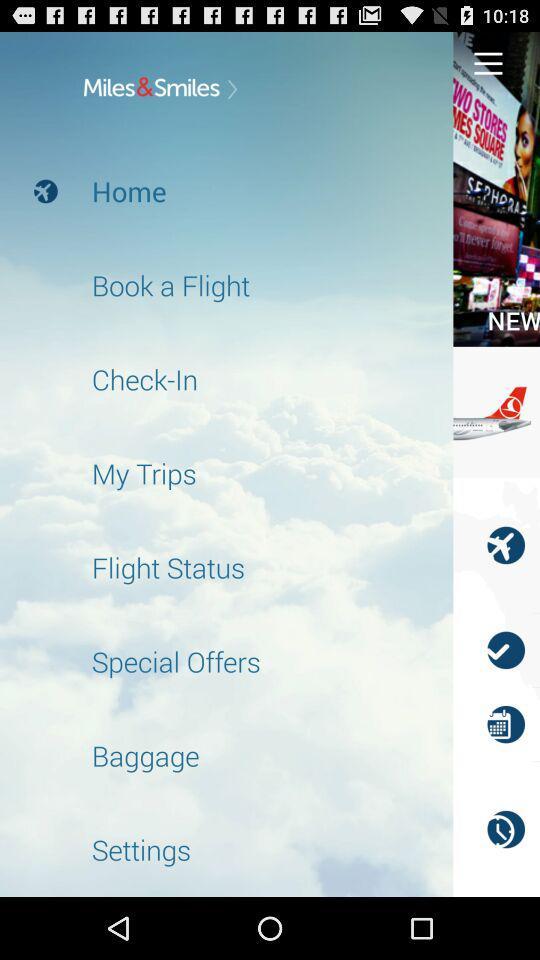 Image resolution: width=540 pixels, height=960 pixels. I want to click on options, so click(487, 62).